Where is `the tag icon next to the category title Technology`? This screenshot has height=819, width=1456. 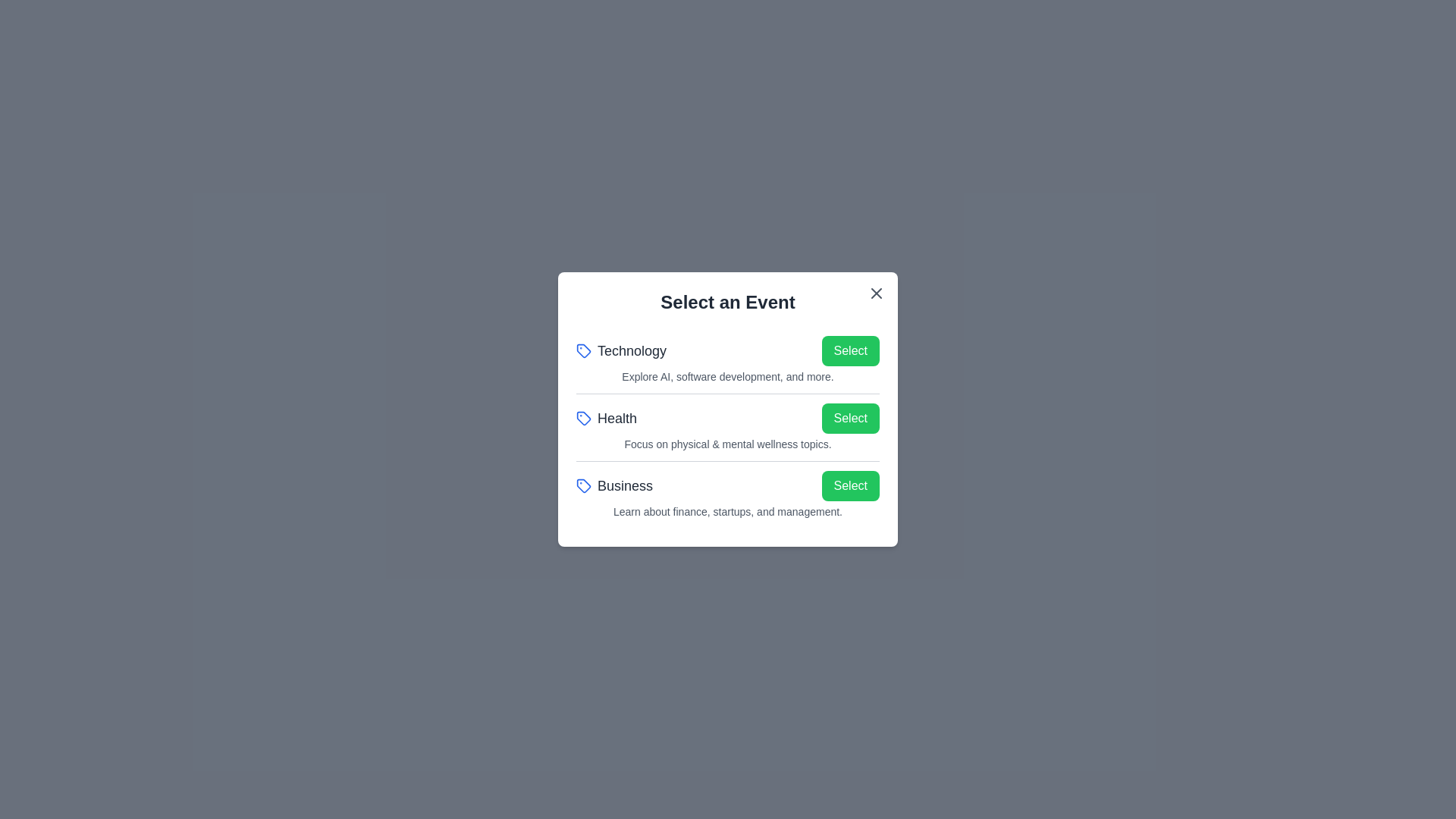
the tag icon next to the category title Technology is located at coordinates (582, 350).